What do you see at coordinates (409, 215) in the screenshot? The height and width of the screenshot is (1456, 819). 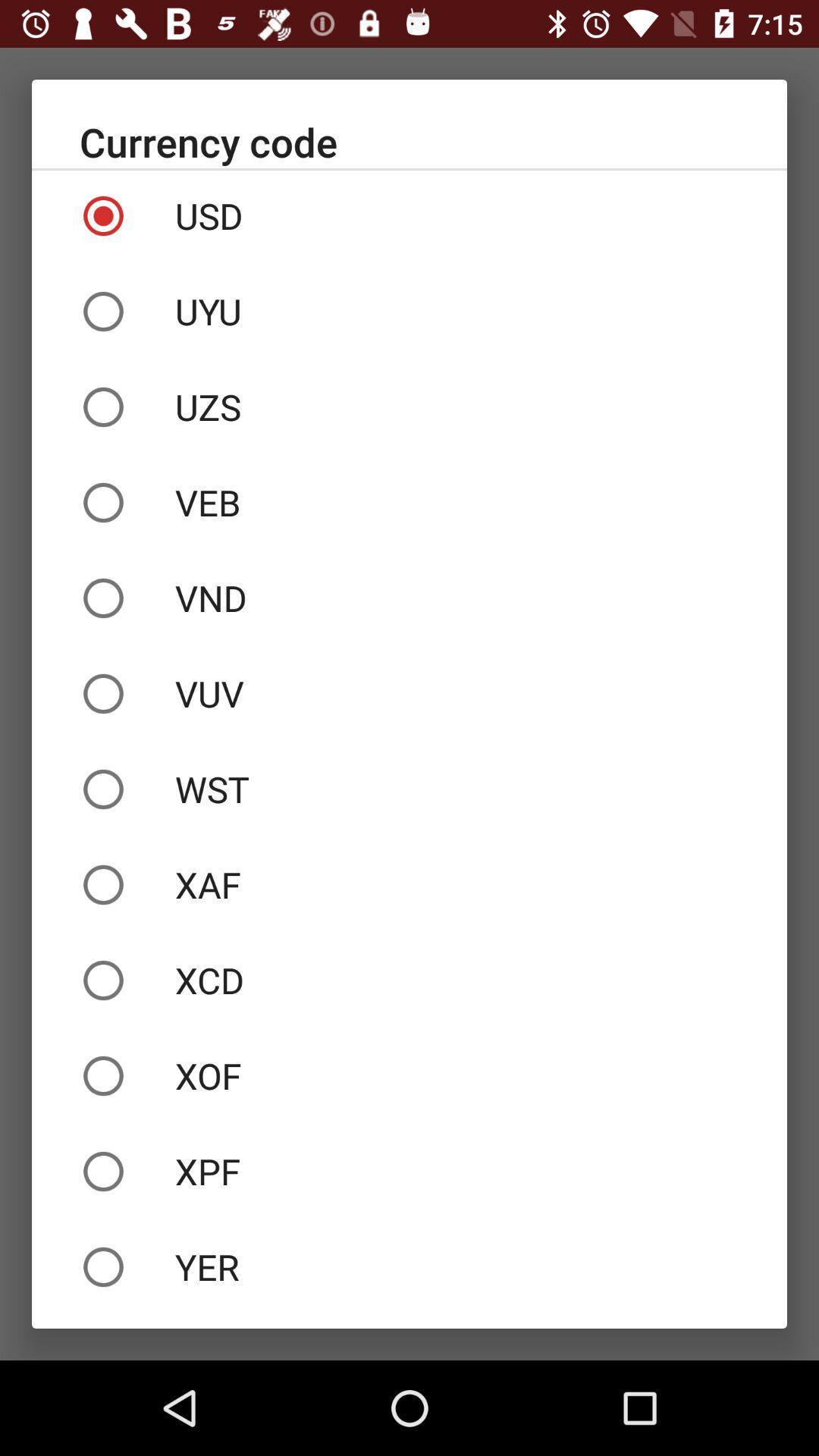 I see `the item below currency code` at bounding box center [409, 215].